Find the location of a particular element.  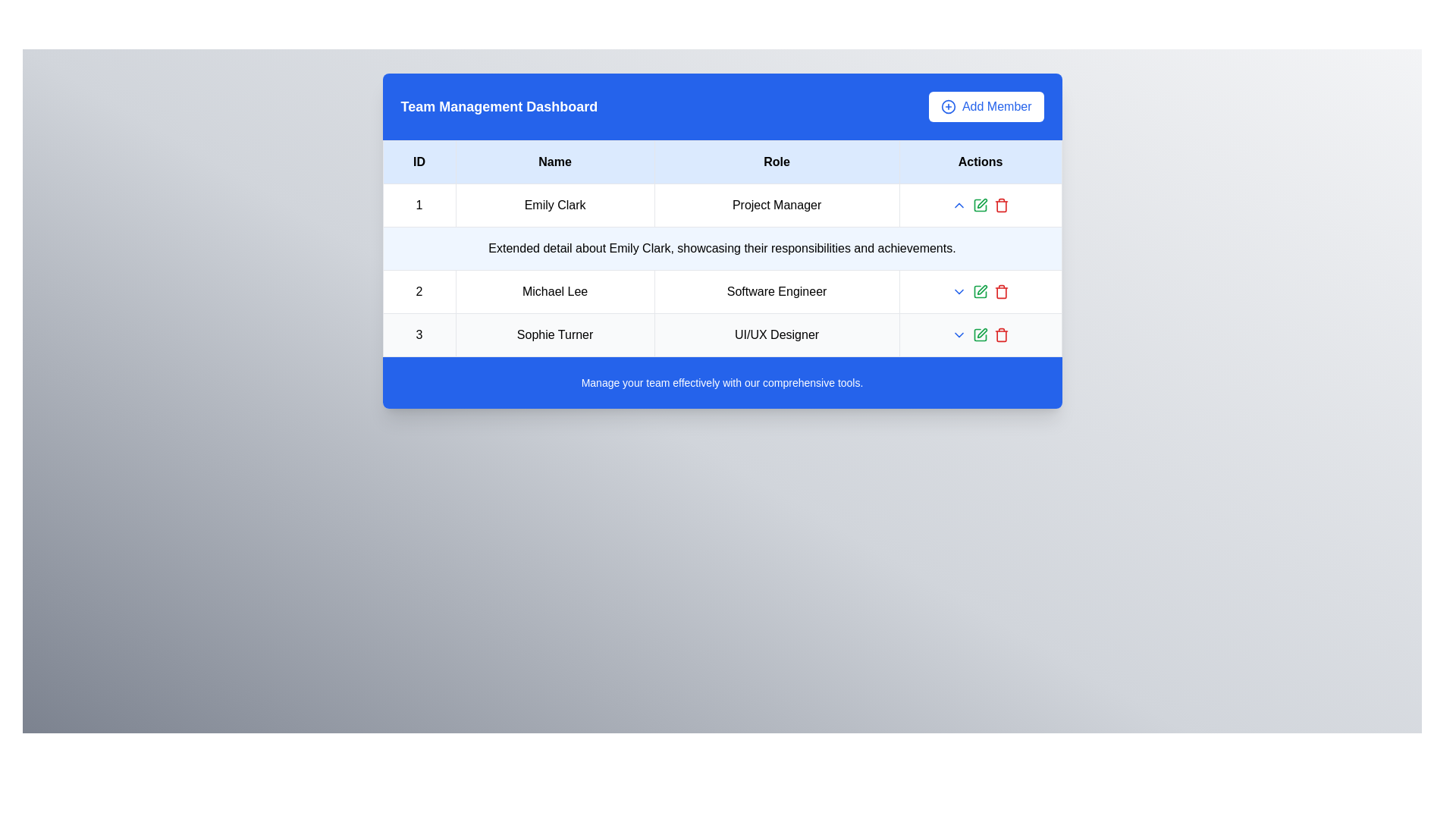

the editable pen icon in the 'Actions' column of the last row for 'Sophie Turner' in the 'Team Management Dashboard' is located at coordinates (982, 332).